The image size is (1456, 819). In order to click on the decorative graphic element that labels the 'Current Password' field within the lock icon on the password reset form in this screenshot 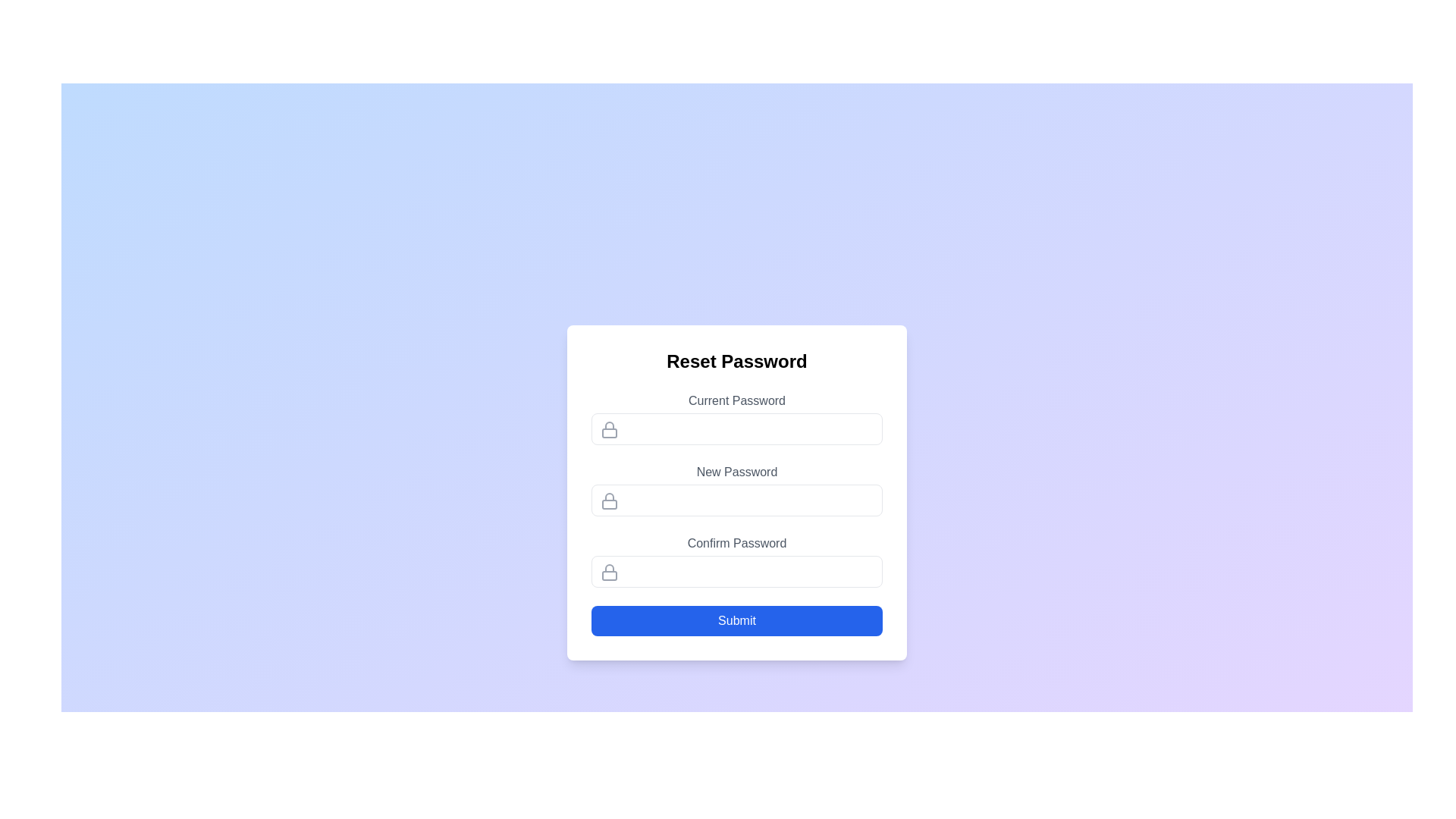, I will do `click(610, 432)`.